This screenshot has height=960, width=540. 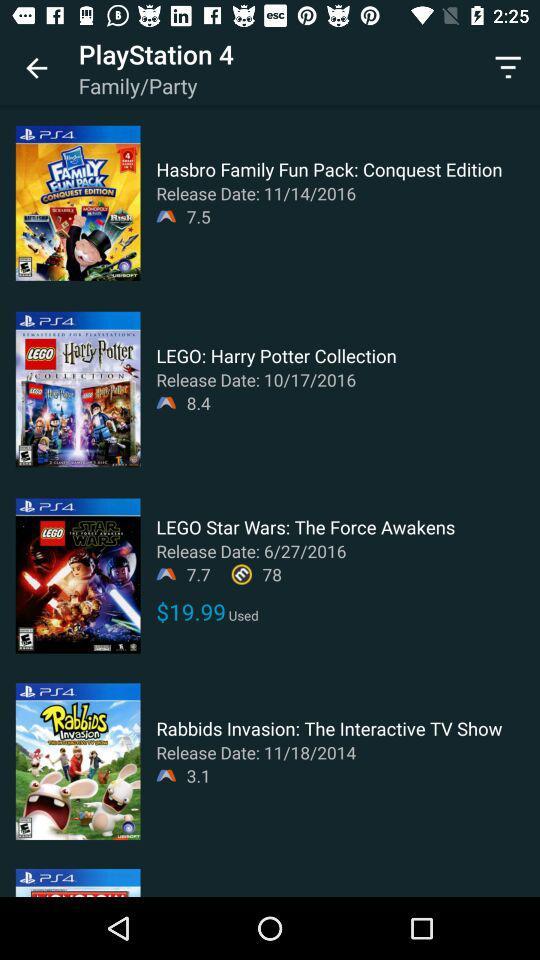 I want to click on app next to playstation 4 icon, so click(x=36, y=68).